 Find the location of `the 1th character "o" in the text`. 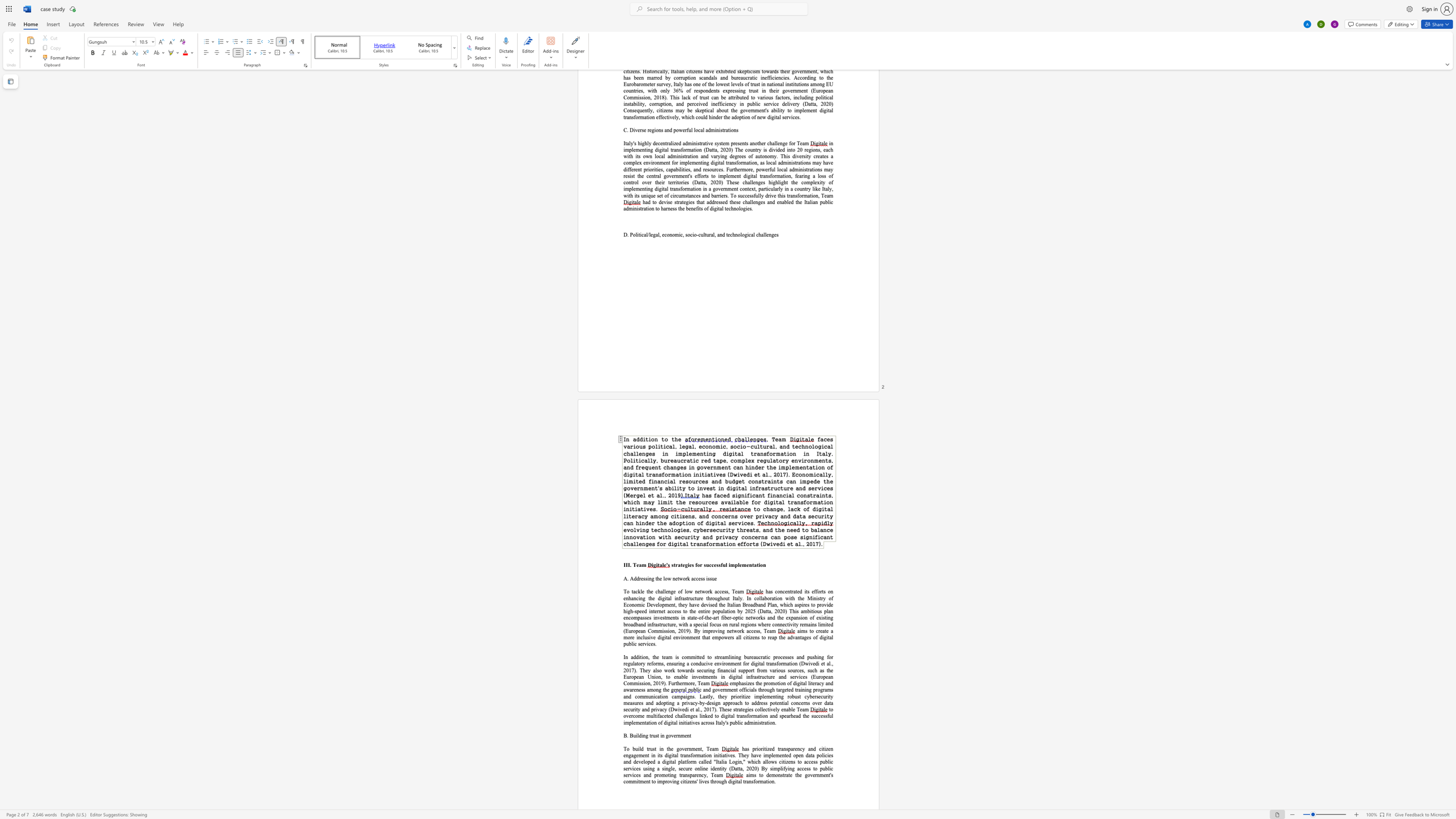

the 1th character "o" in the text is located at coordinates (634, 234).